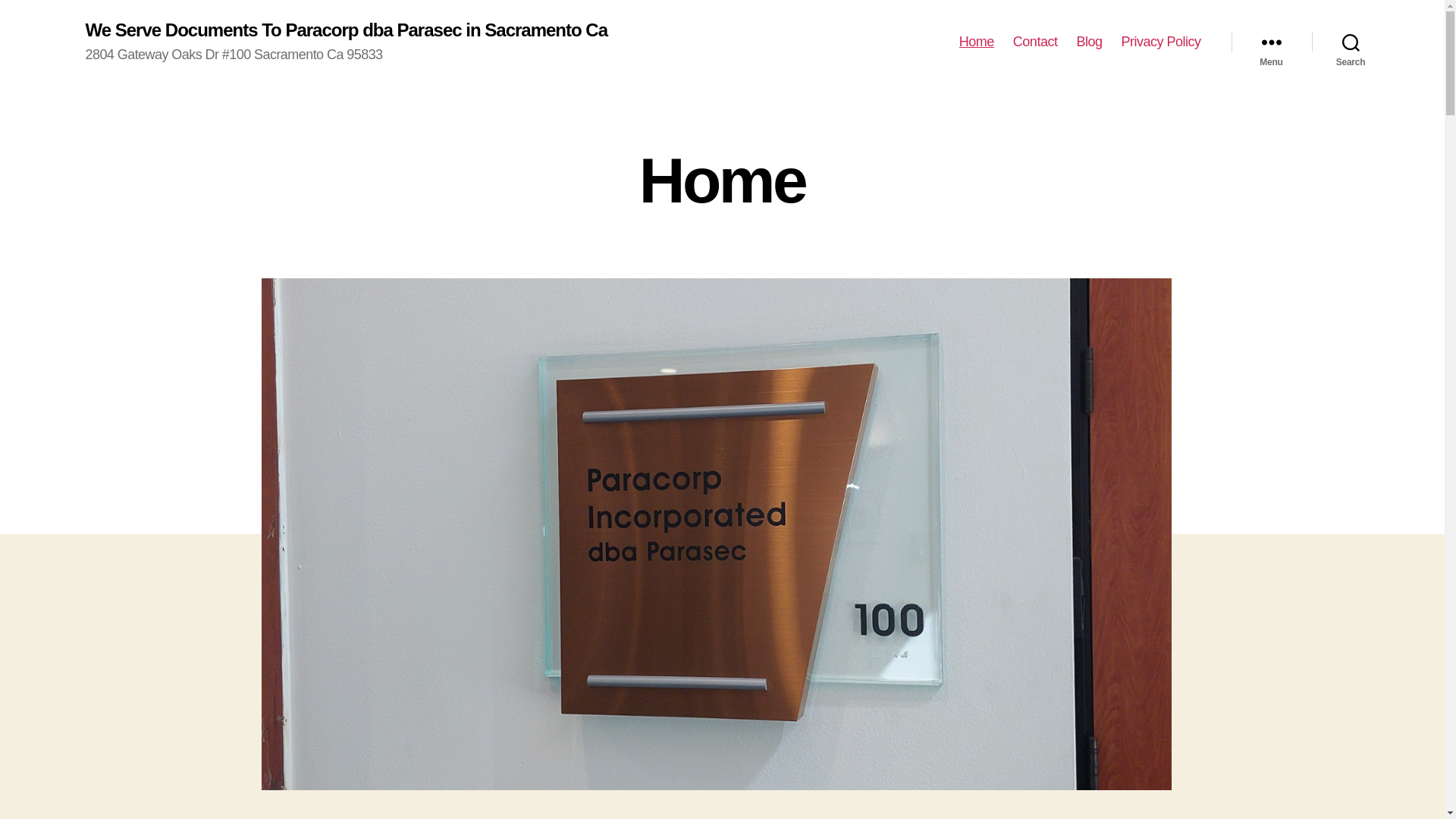 The height and width of the screenshot is (819, 1456). What do you see at coordinates (345, 30) in the screenshot?
I see `'We Serve Documents To Paracorp dba Parasec in Sacramento Ca'` at bounding box center [345, 30].